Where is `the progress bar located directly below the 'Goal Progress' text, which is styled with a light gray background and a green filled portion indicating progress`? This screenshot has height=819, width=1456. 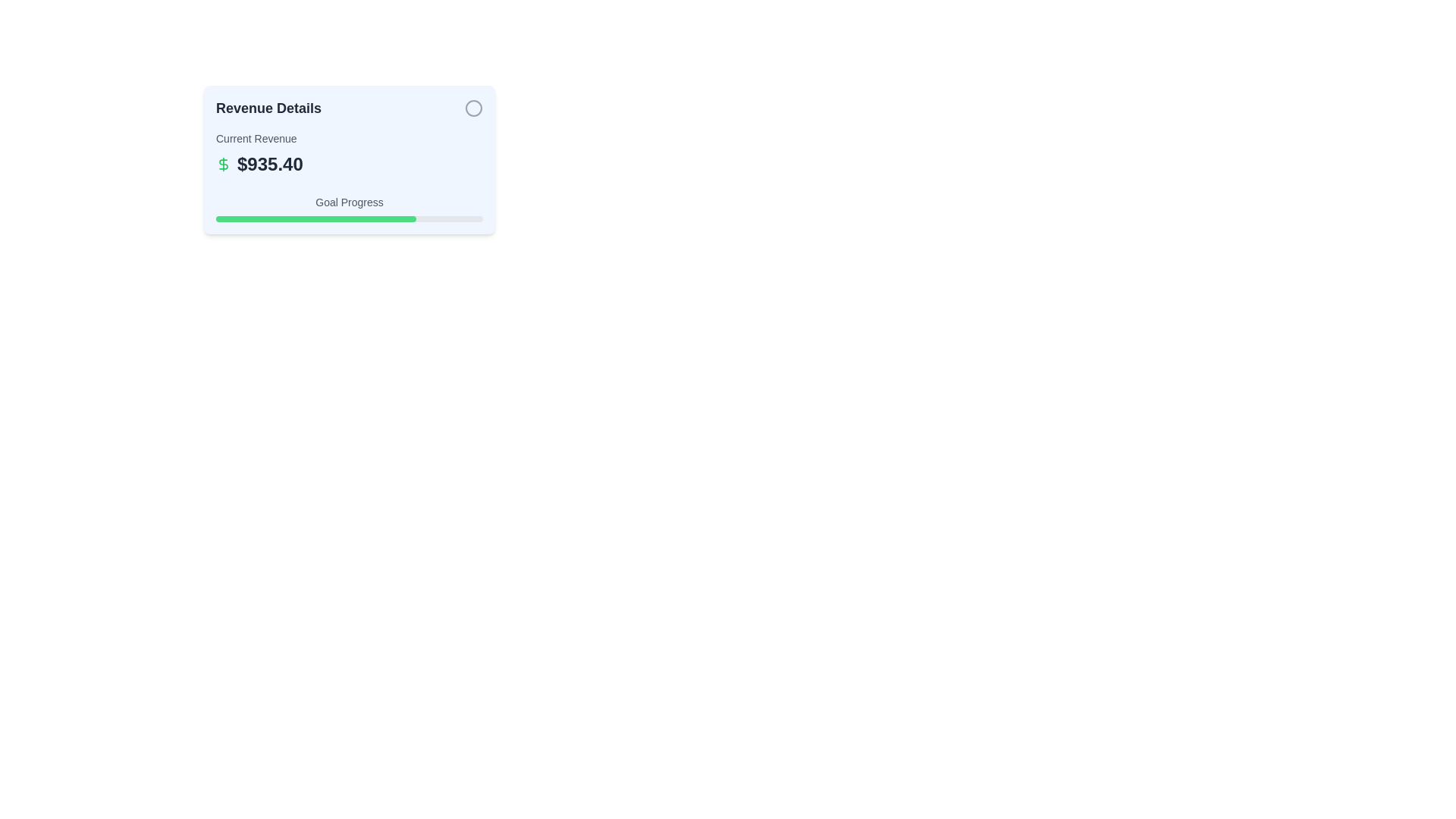
the progress bar located directly below the 'Goal Progress' text, which is styled with a light gray background and a green filled portion indicating progress is located at coordinates (348, 219).